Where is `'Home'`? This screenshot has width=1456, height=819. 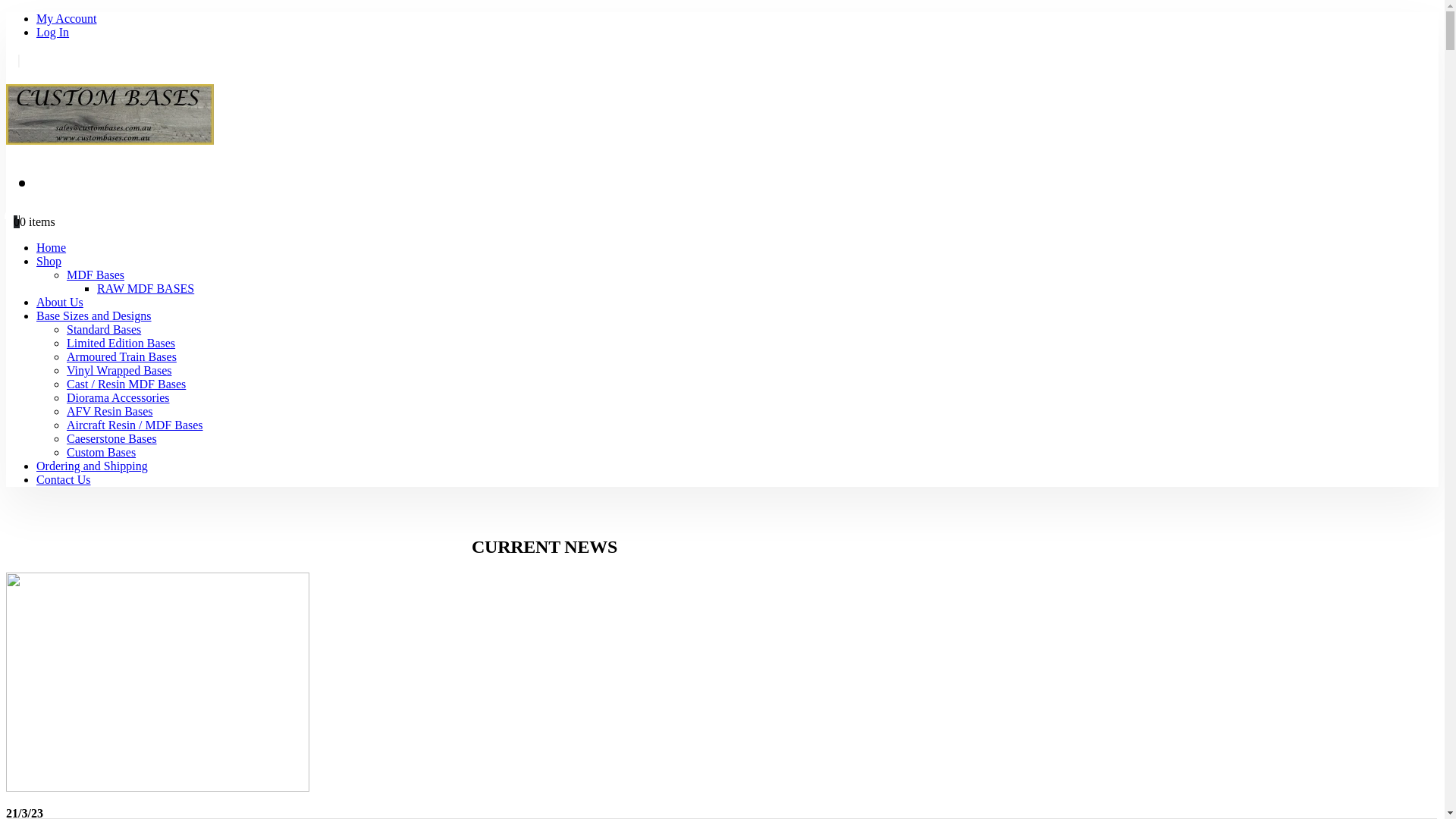
'Home' is located at coordinates (36, 246).